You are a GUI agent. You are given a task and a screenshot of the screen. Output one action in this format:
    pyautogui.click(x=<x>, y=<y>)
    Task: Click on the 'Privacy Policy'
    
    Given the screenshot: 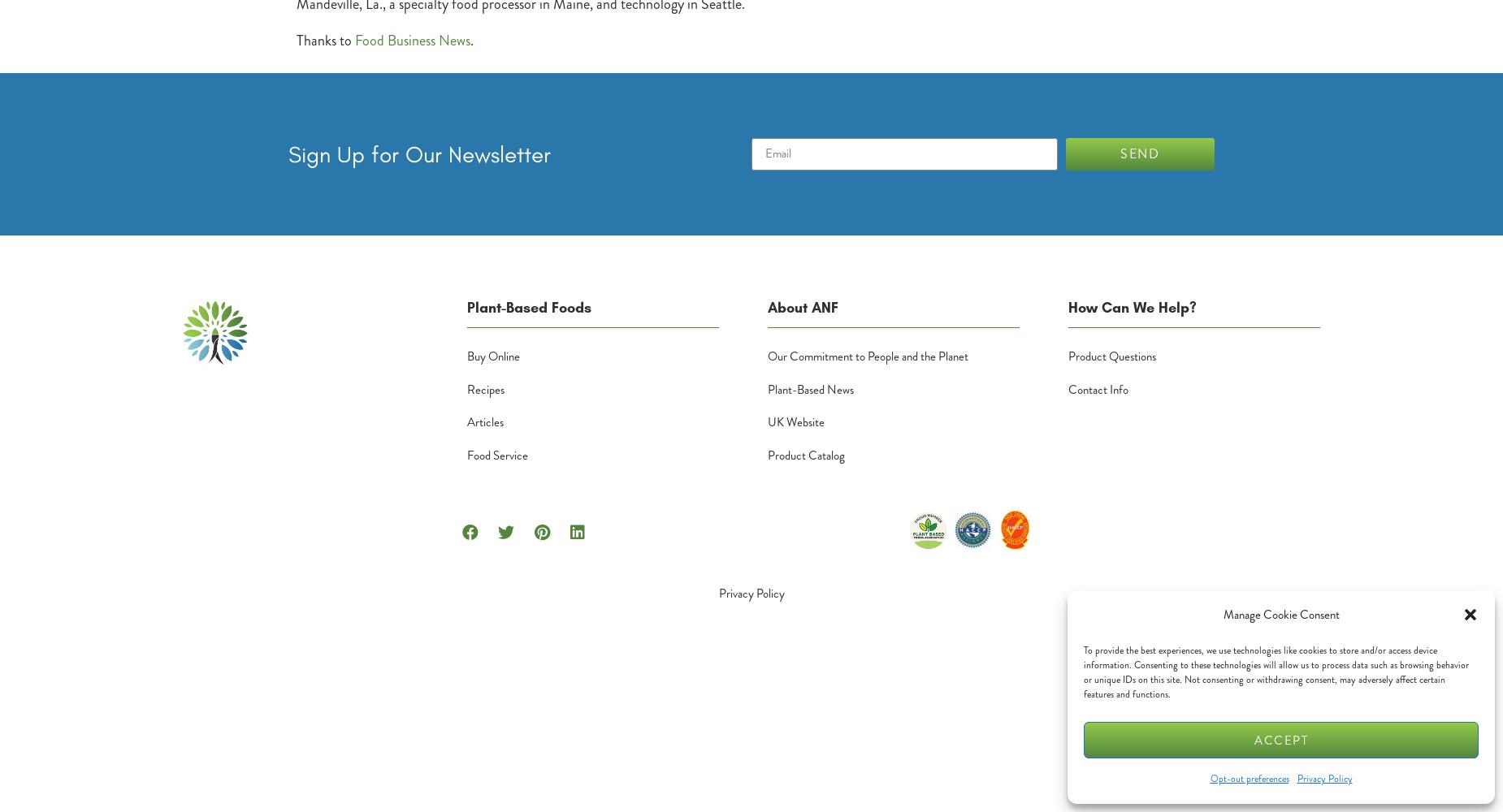 What is the action you would take?
    pyautogui.click(x=751, y=593)
    